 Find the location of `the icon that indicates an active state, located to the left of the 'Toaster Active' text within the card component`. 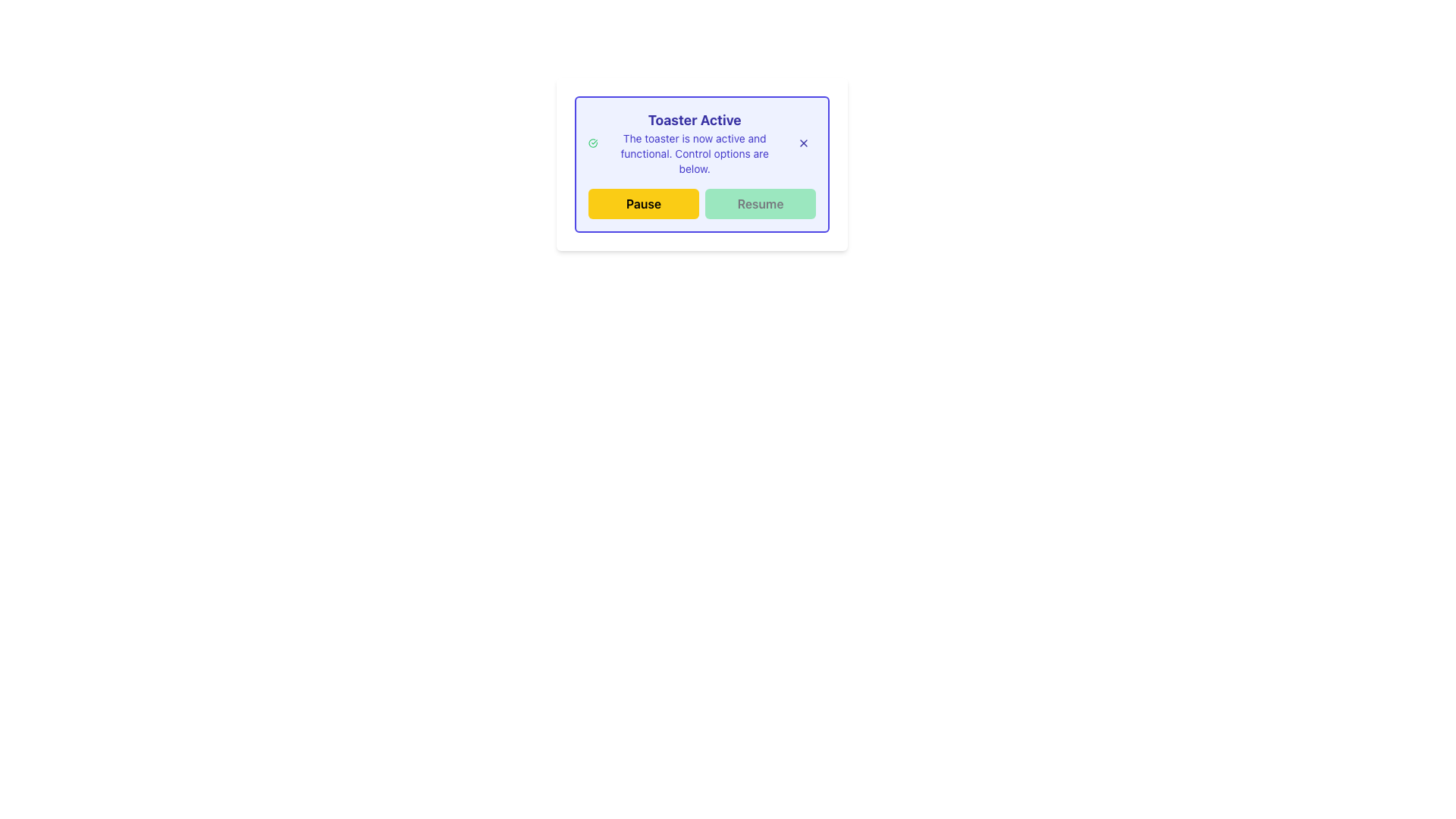

the icon that indicates an active state, located to the left of the 'Toaster Active' text within the card component is located at coordinates (592, 143).